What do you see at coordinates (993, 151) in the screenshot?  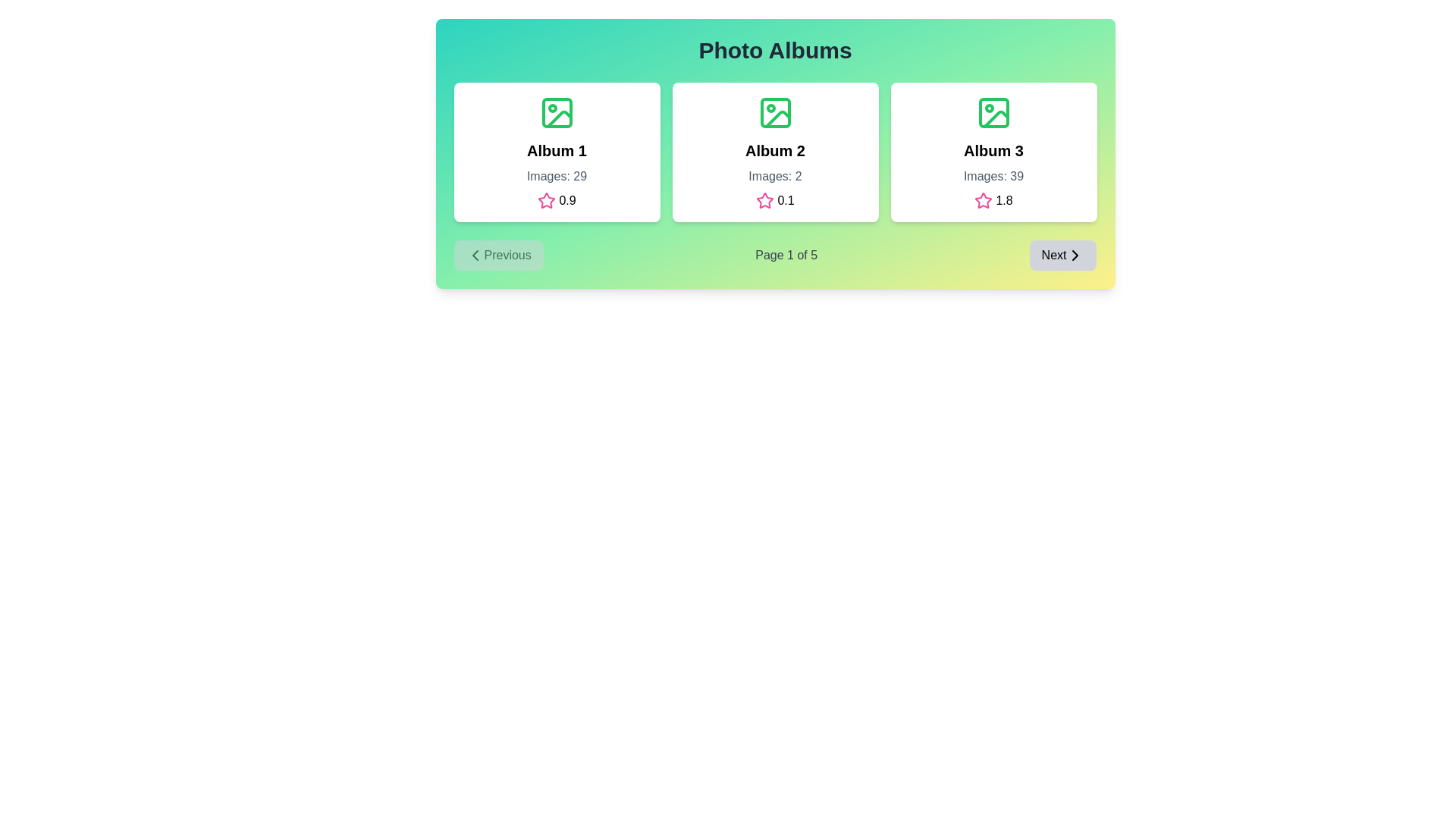 I see `text label that identifies the album within the third card in the row of album cards, positioned near the center-top area of the card, directly underneath the green icon` at bounding box center [993, 151].